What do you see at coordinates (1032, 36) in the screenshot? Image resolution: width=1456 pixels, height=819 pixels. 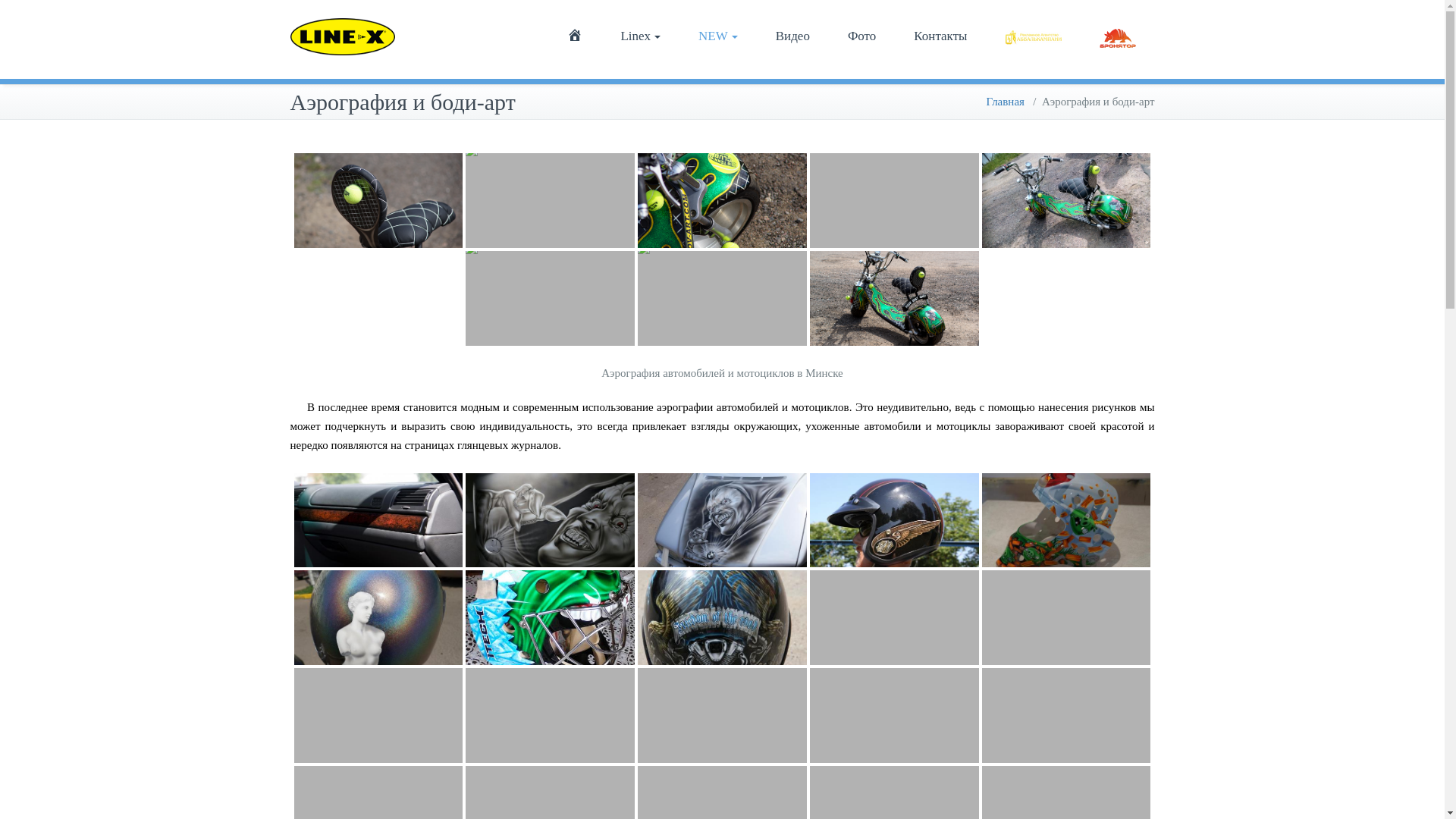 I see `'abvalcompany'` at bounding box center [1032, 36].